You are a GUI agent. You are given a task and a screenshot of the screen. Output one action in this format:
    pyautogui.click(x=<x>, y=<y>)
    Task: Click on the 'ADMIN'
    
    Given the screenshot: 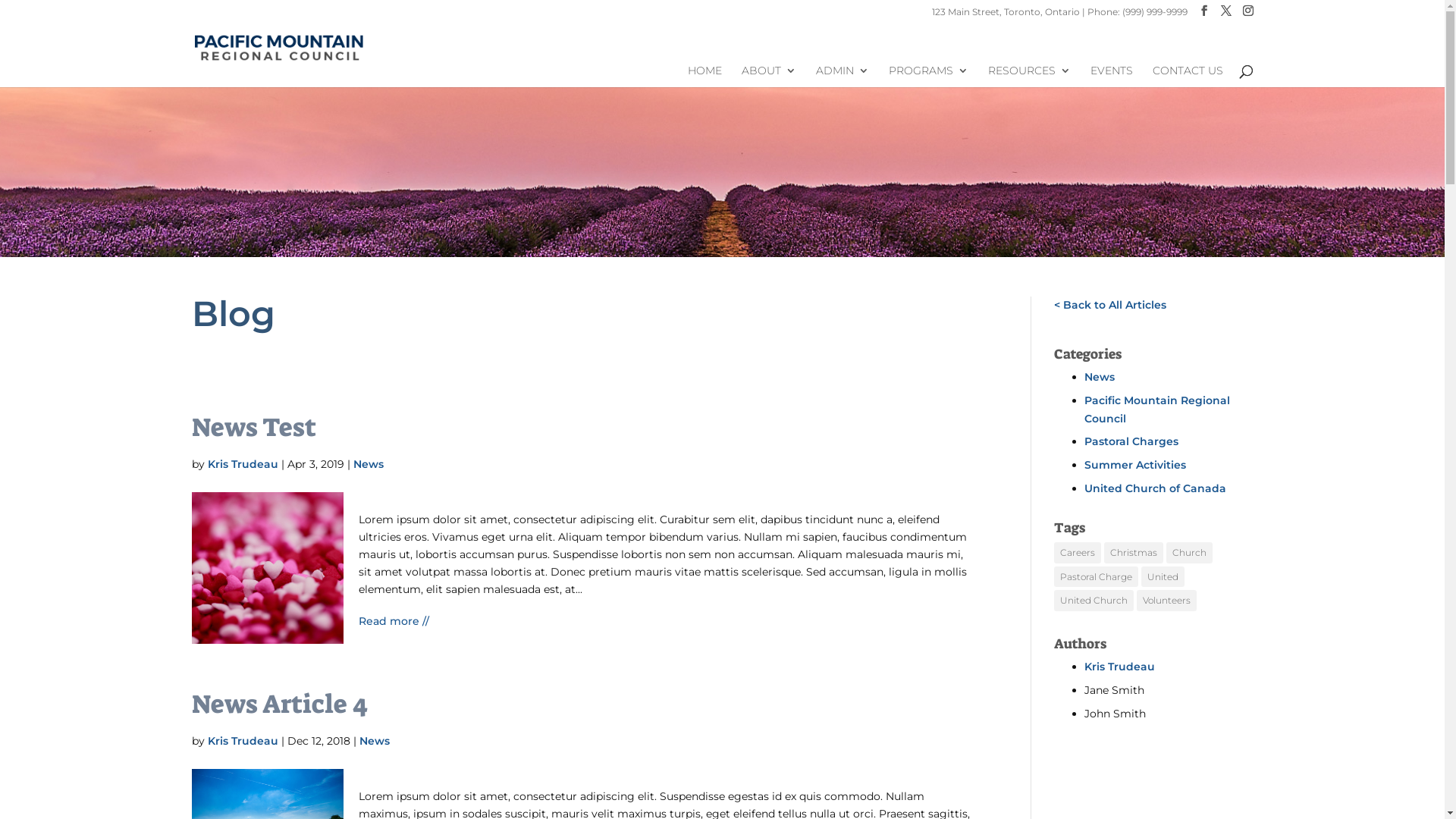 What is the action you would take?
    pyautogui.click(x=841, y=76)
    